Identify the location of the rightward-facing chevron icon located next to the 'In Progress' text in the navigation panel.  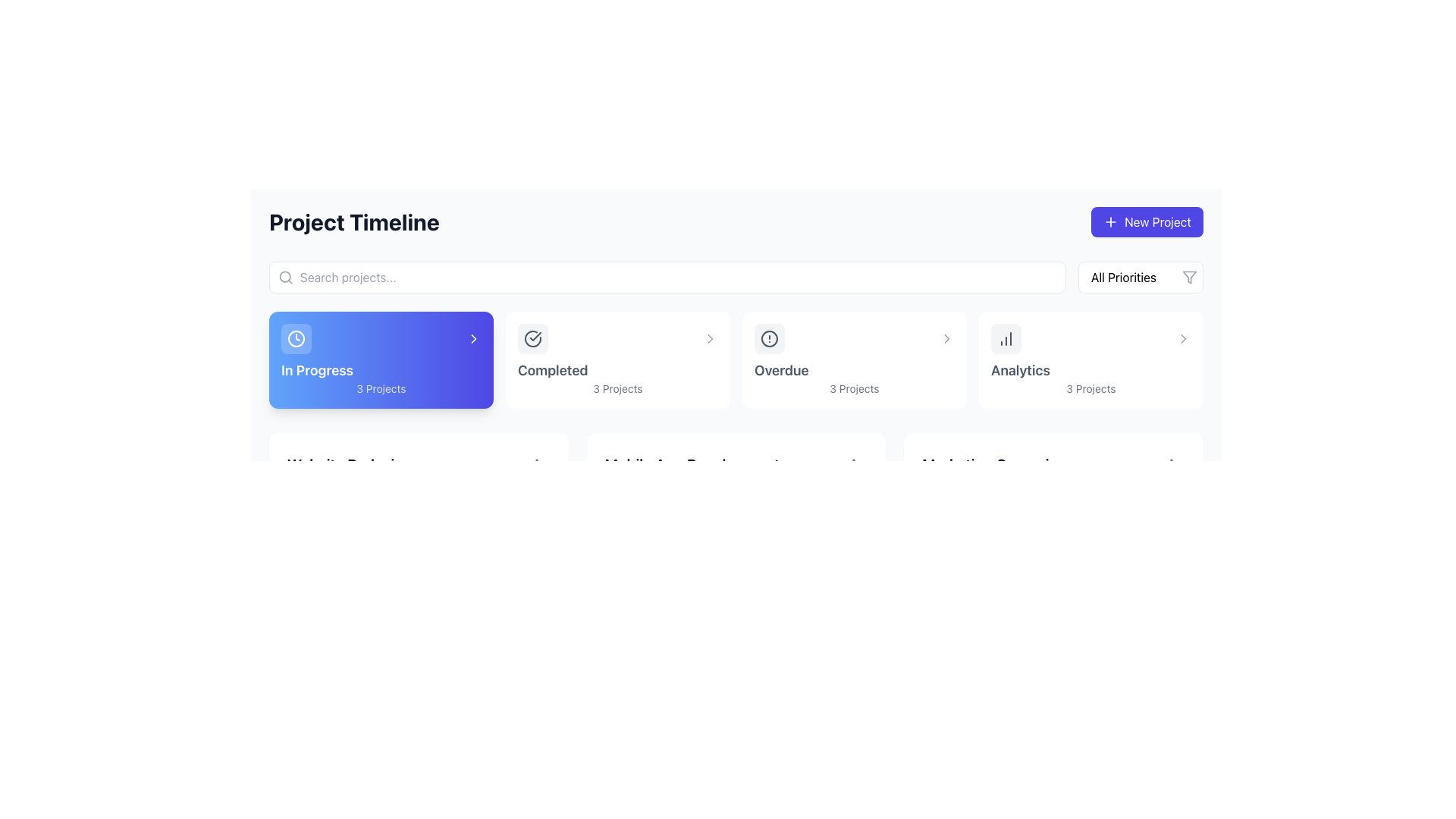
(946, 338).